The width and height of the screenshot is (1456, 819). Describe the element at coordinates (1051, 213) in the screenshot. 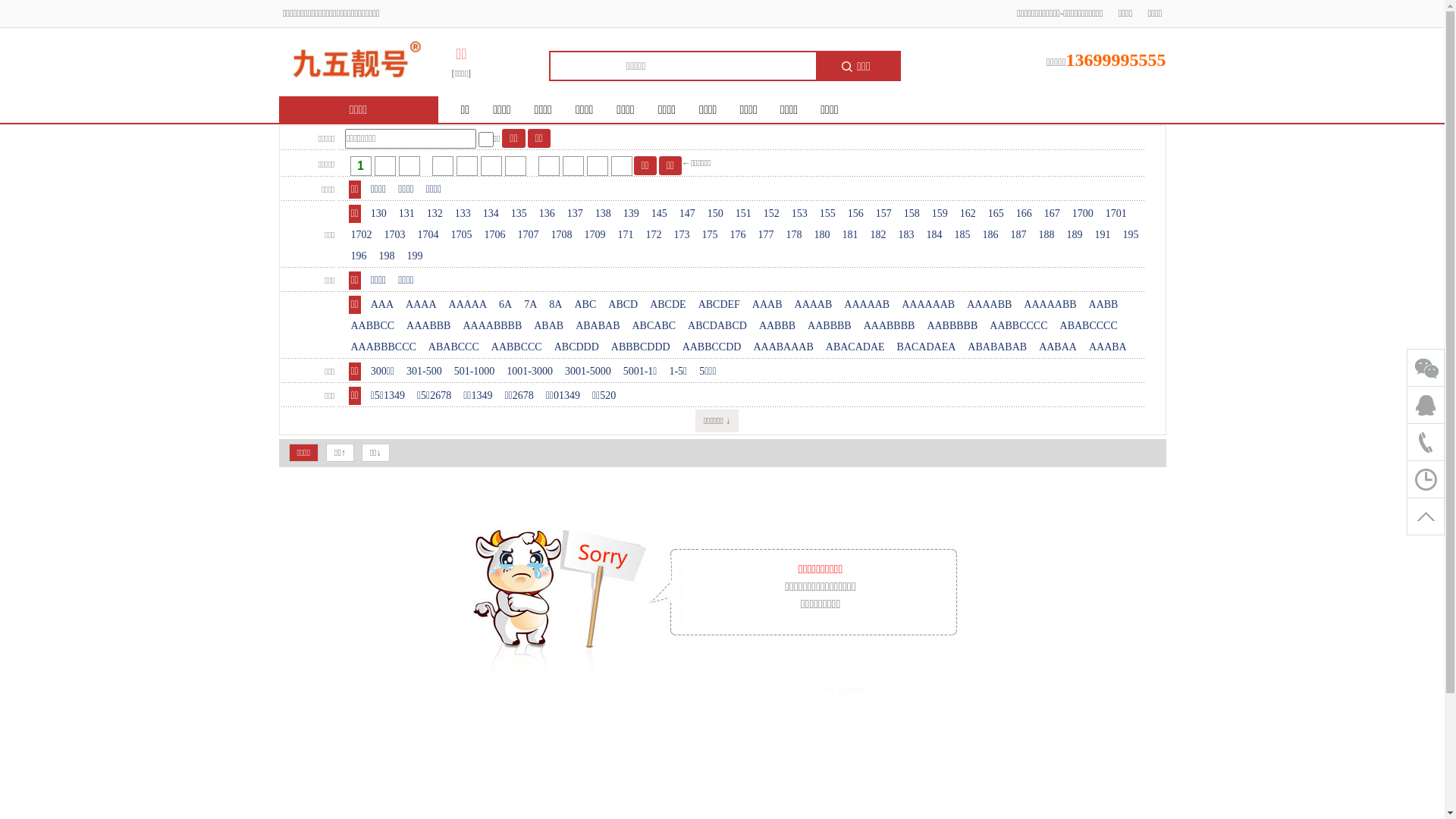

I see `'167'` at that location.